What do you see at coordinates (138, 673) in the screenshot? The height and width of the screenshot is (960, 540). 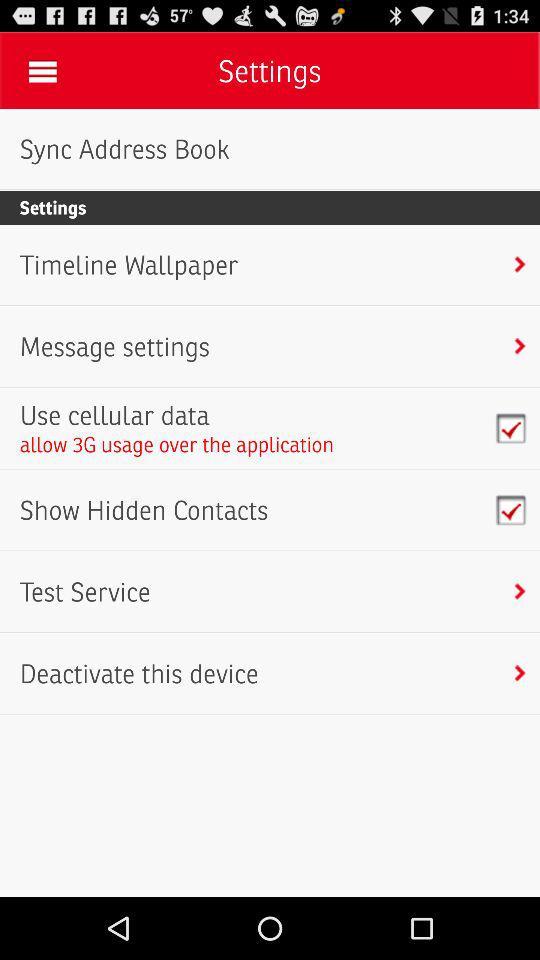 I see `the deactivate this device app` at bounding box center [138, 673].